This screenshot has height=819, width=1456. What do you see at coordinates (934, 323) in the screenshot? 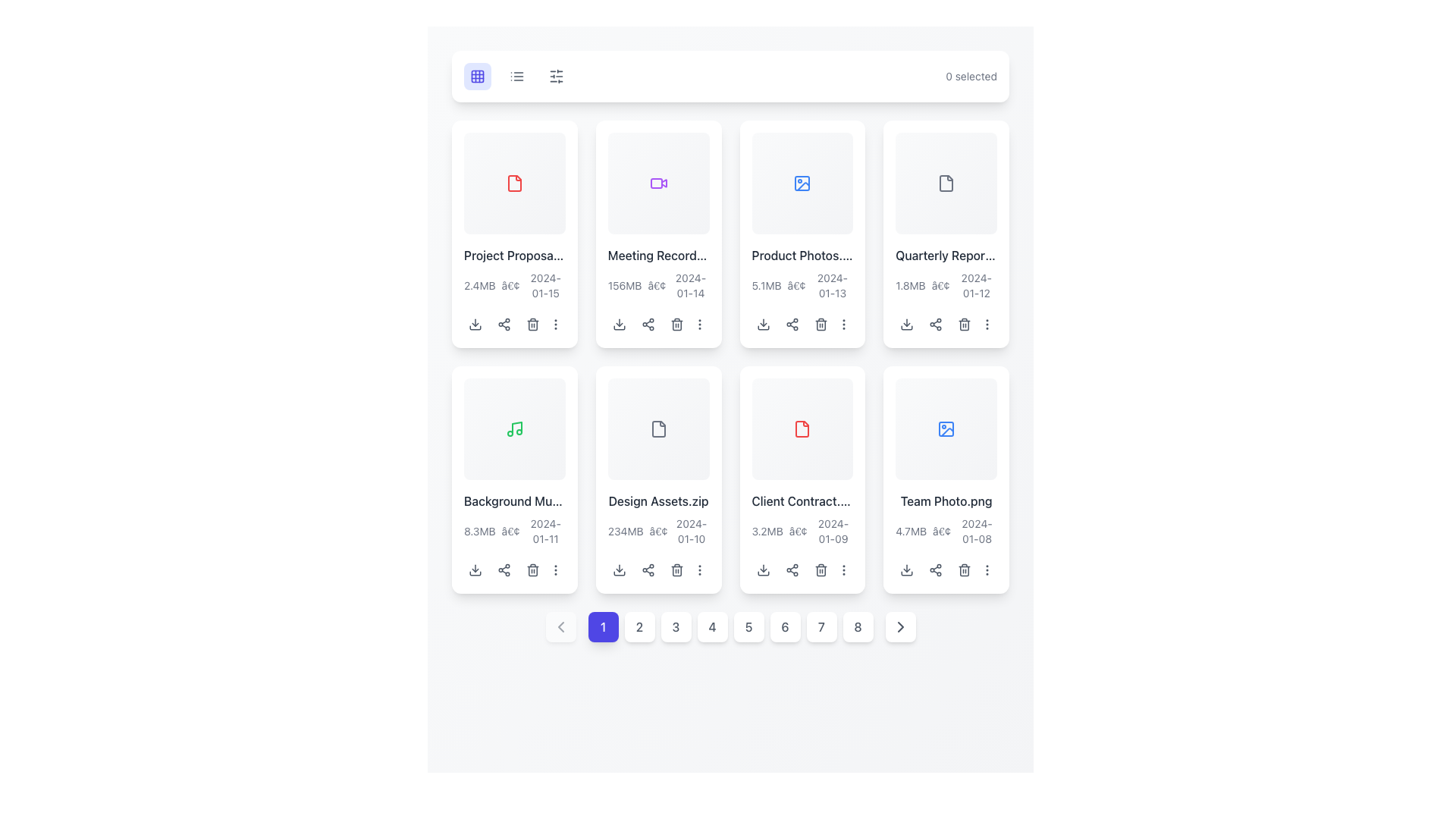
I see `the second interactive button in the row of three buttons below the card labeled 'Quarterly Report.pdf'` at bounding box center [934, 323].